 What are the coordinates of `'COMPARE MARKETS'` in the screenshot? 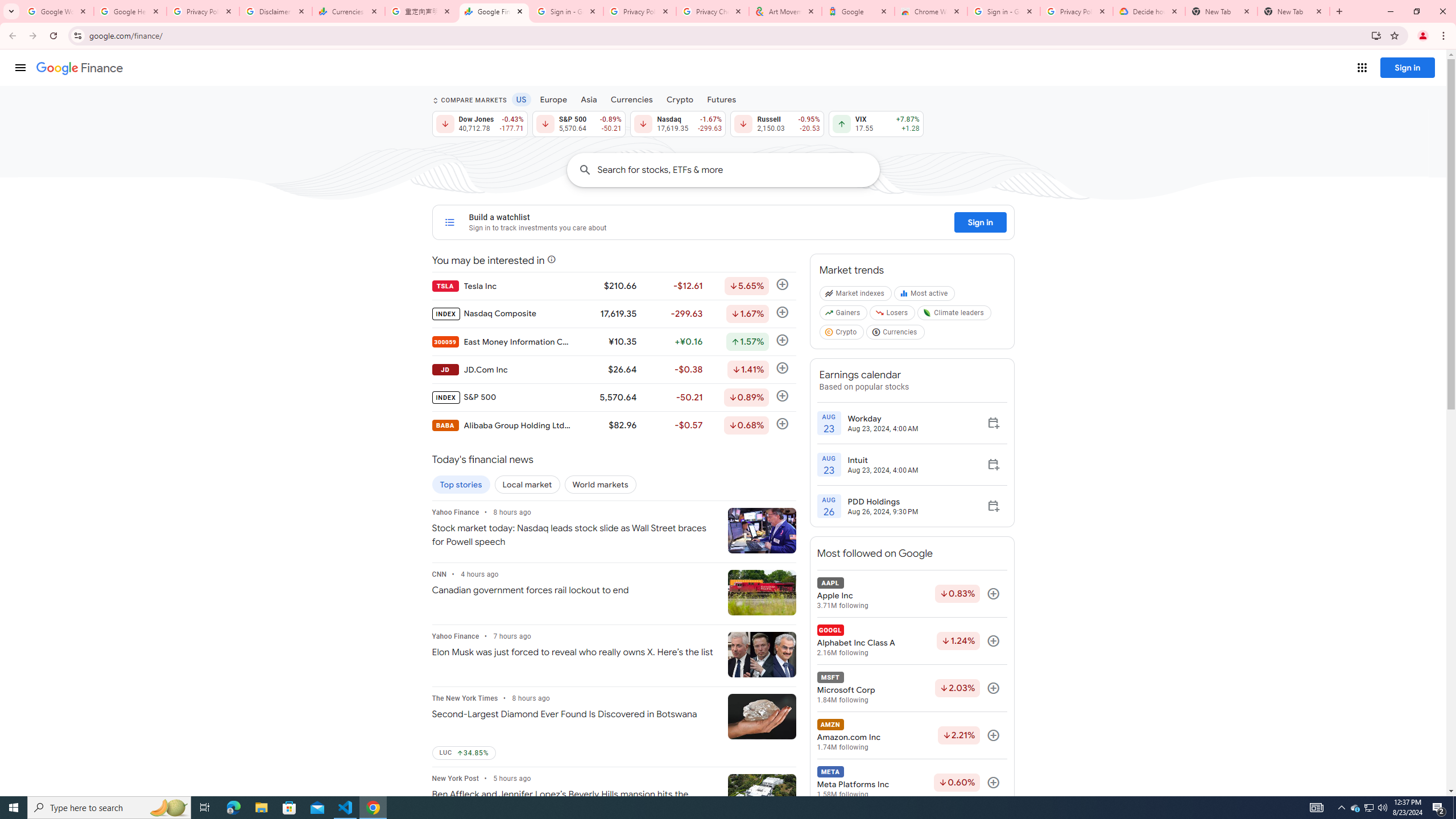 It's located at (468, 100).